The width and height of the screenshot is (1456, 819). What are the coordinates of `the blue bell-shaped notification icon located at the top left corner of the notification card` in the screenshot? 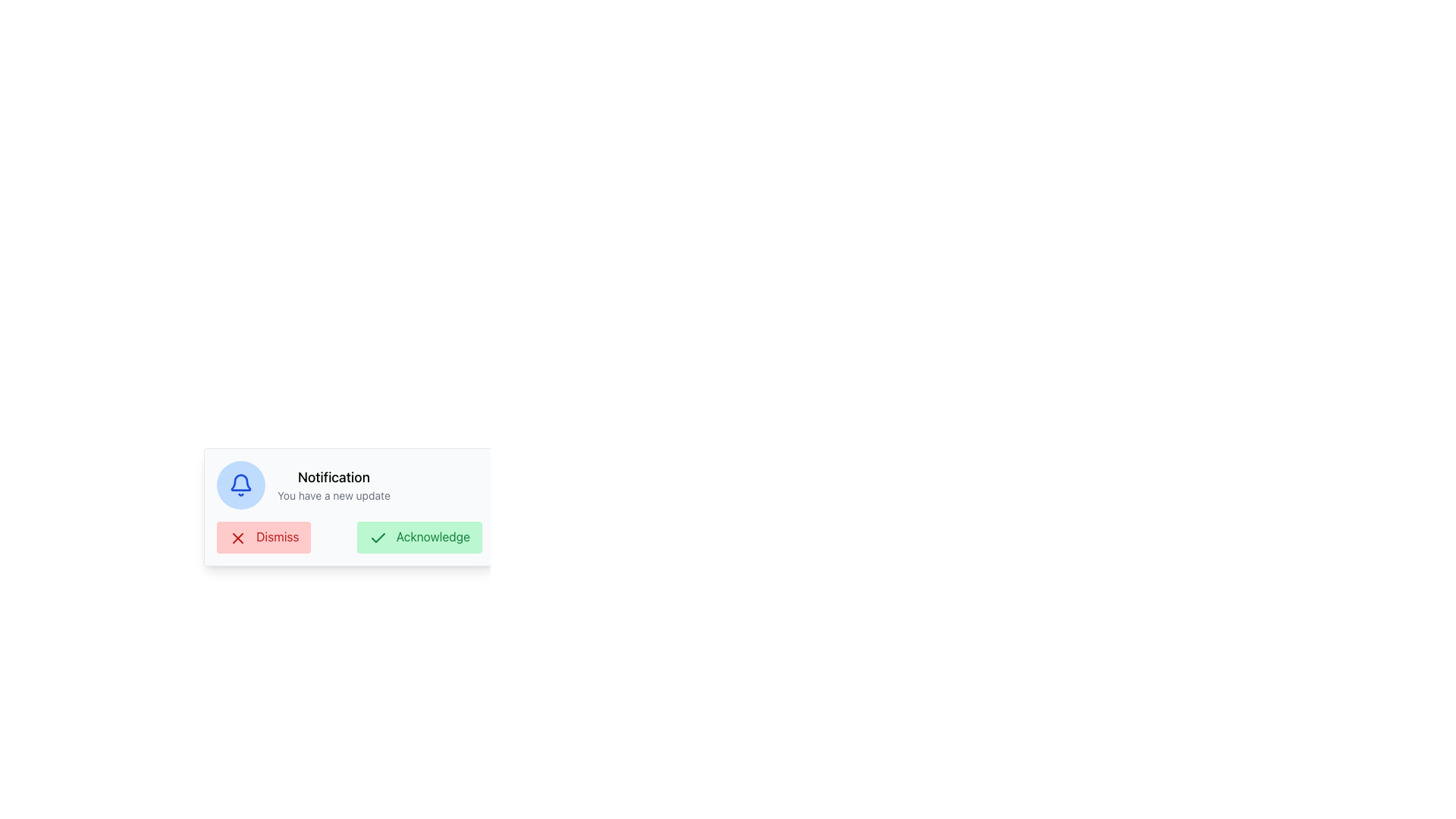 It's located at (240, 482).